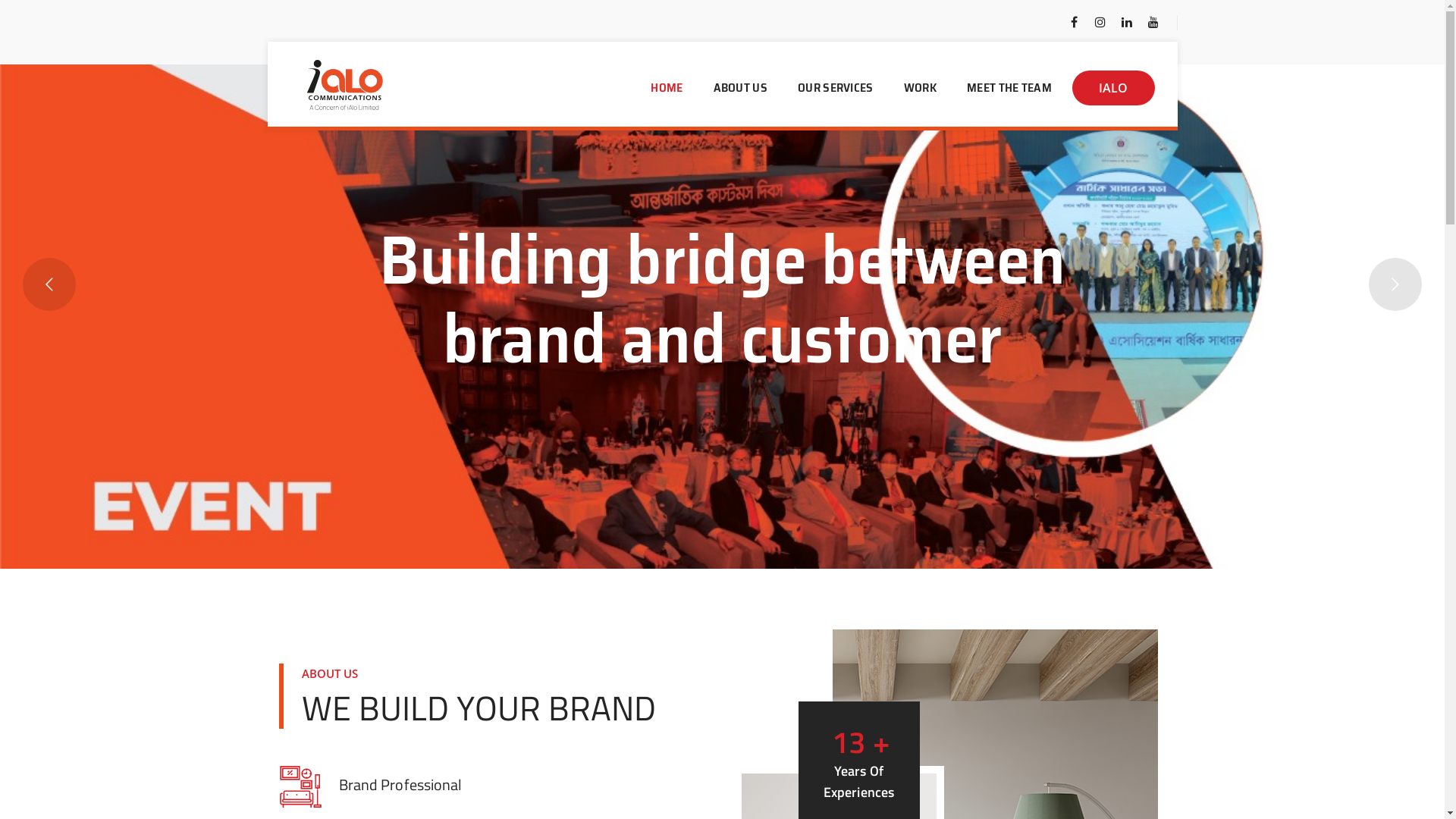 The width and height of the screenshot is (1456, 819). I want to click on 'ABOUT US', so click(740, 87).